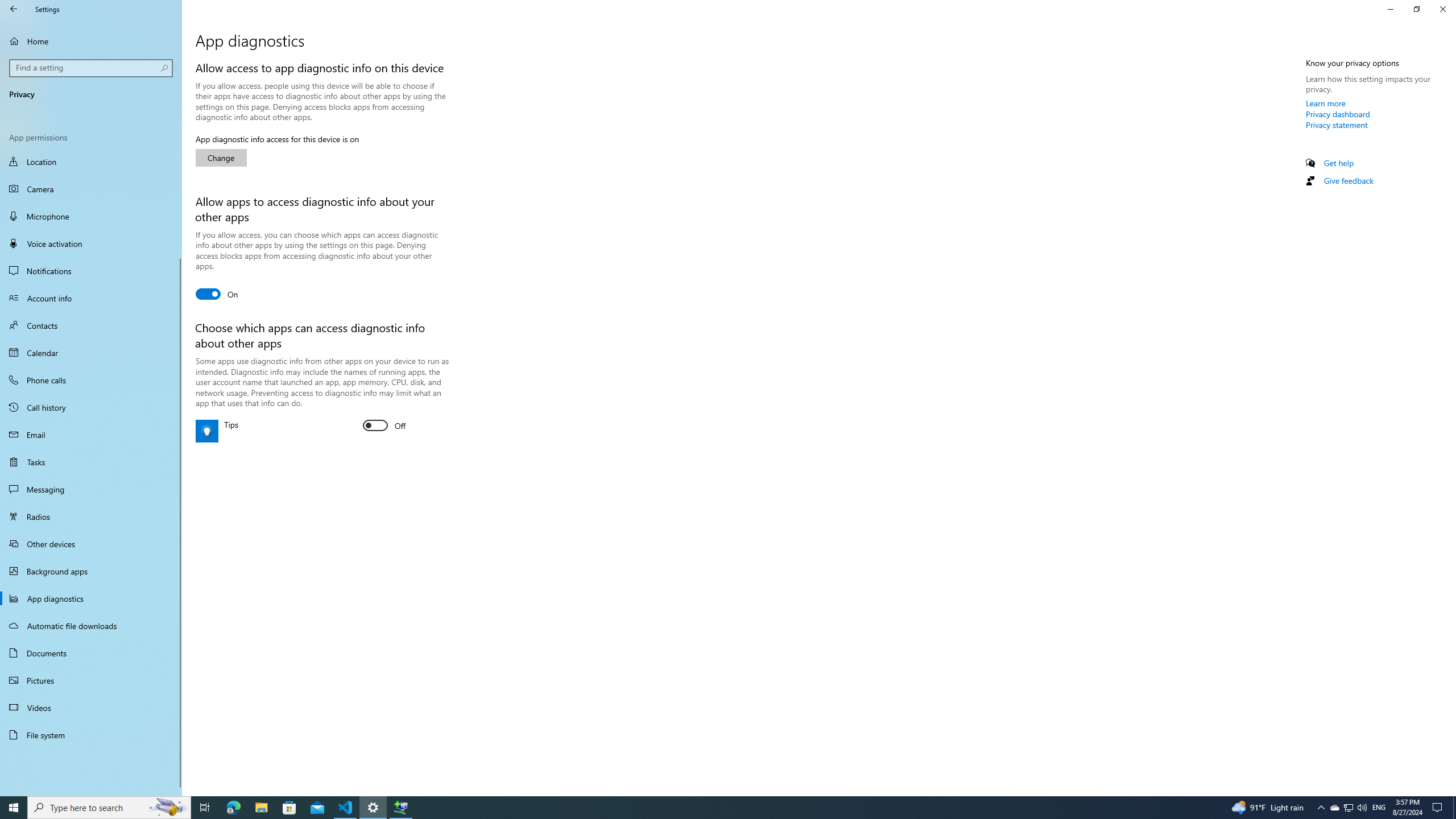 The image size is (1456, 819). What do you see at coordinates (90, 379) in the screenshot?
I see `'Phone calls'` at bounding box center [90, 379].